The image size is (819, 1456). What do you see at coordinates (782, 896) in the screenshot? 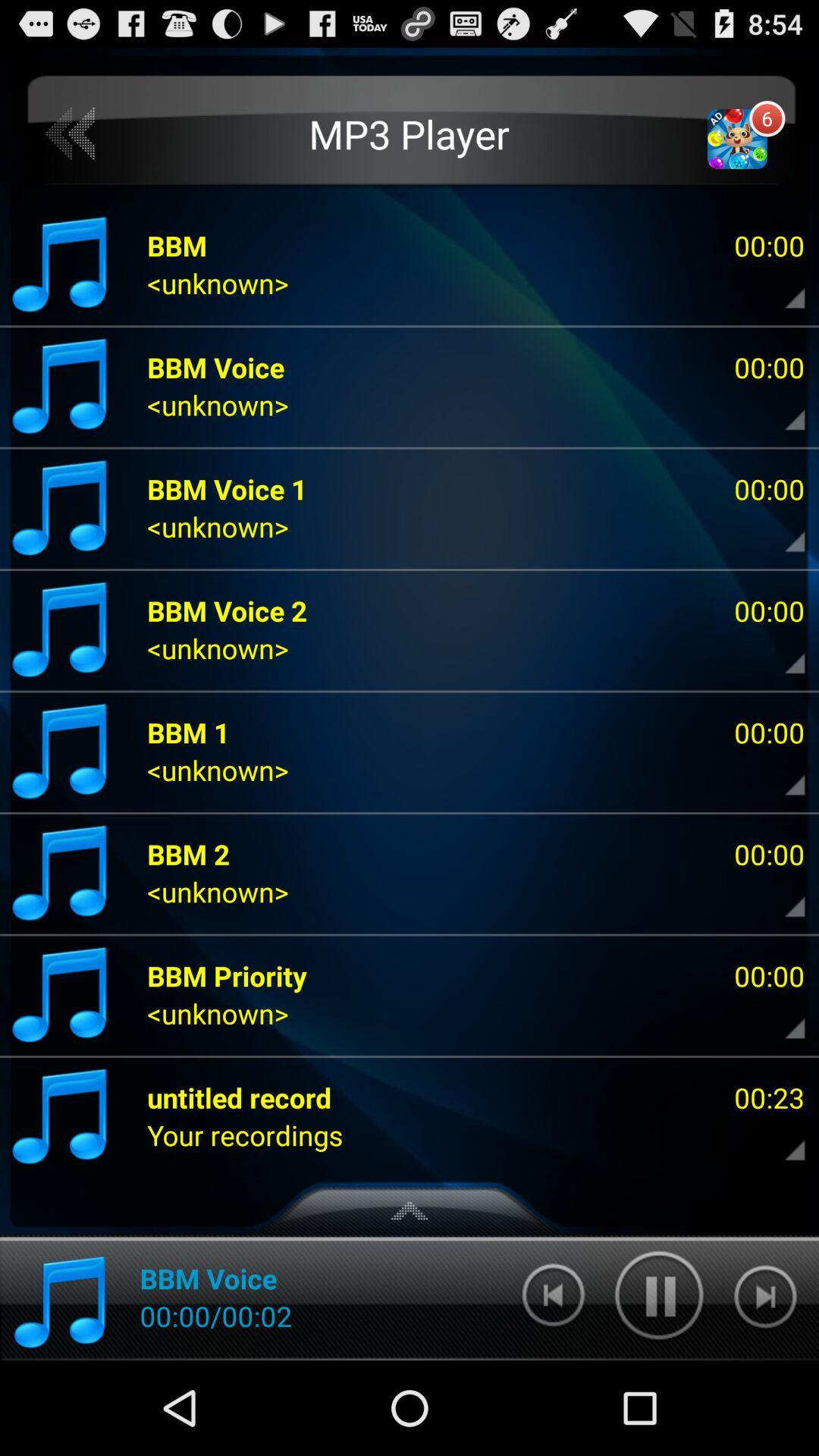
I see `expand options` at bounding box center [782, 896].